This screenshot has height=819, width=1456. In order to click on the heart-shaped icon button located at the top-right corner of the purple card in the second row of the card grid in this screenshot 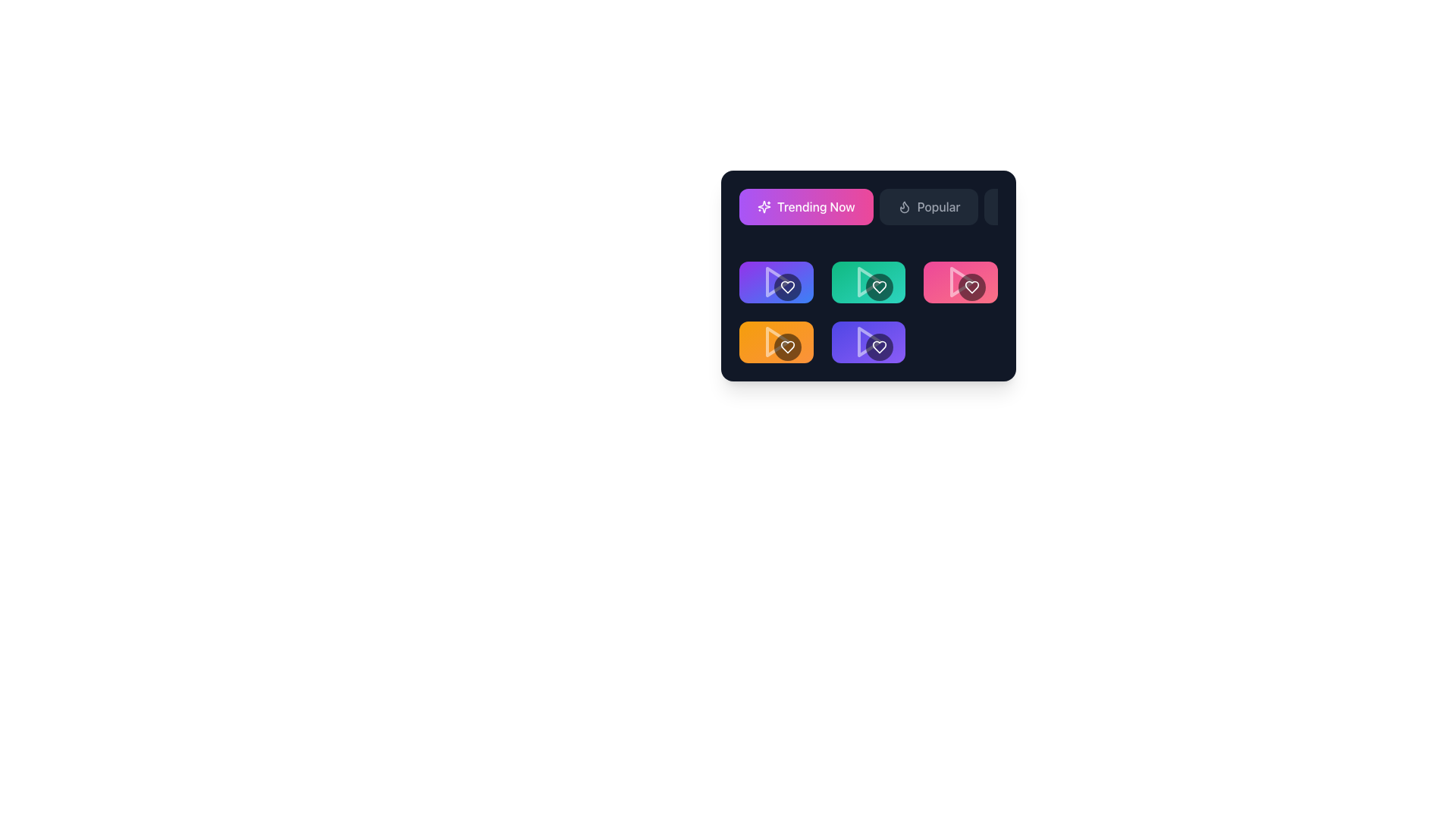, I will do `click(880, 346)`.